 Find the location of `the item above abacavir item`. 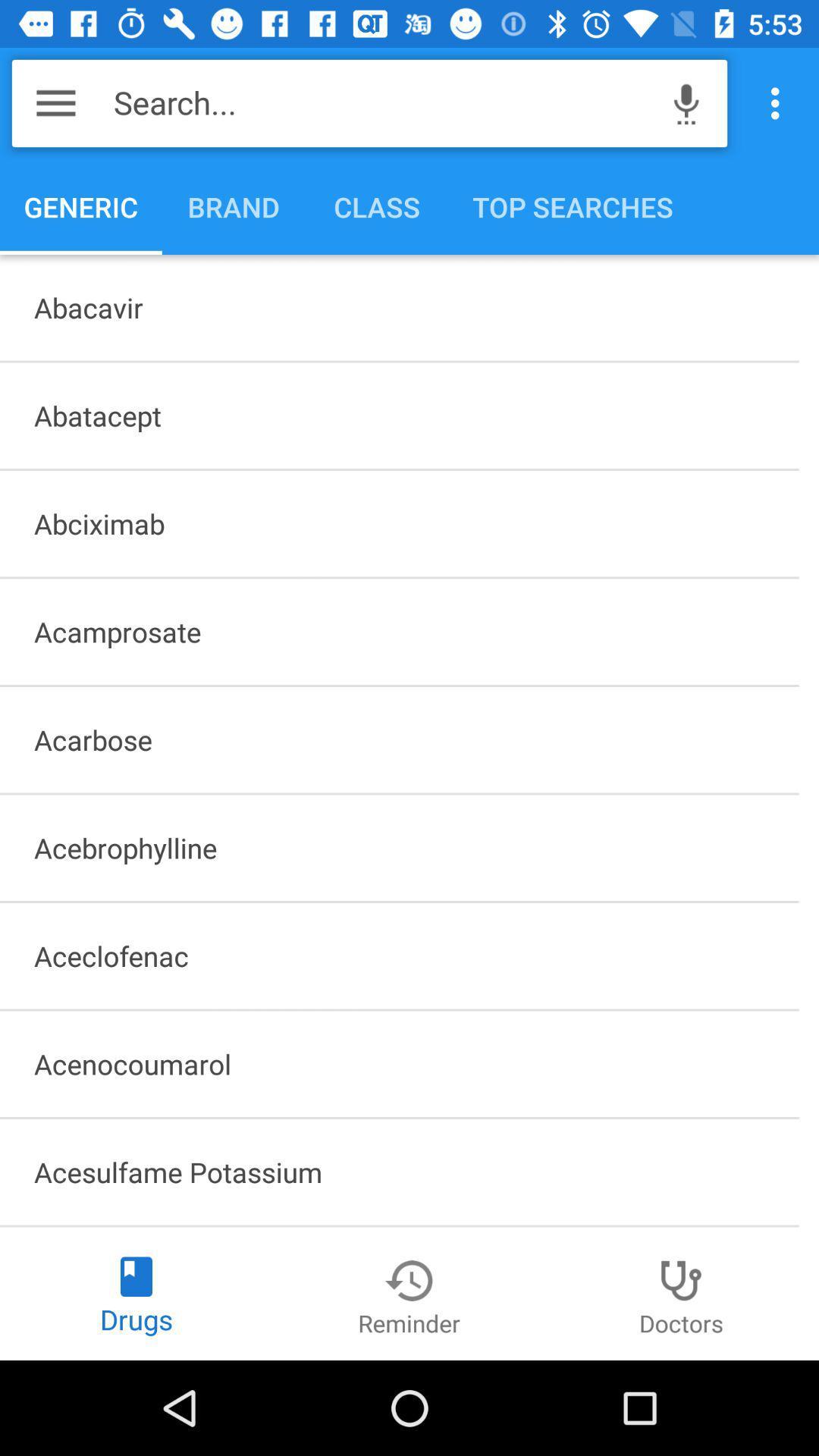

the item above abacavir item is located at coordinates (779, 102).